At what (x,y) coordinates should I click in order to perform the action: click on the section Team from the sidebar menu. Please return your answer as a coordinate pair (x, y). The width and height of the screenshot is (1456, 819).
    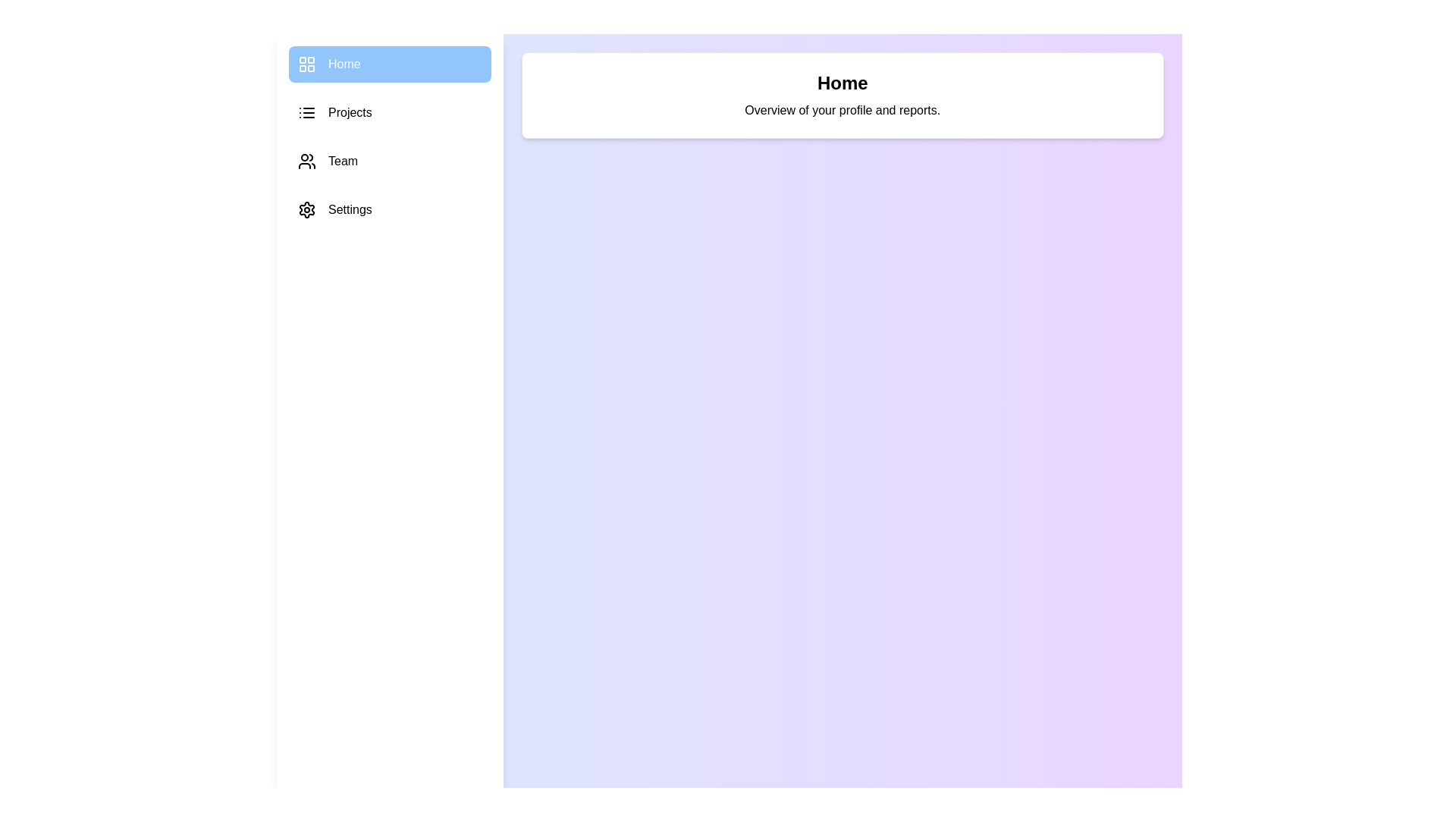
    Looking at the image, I should click on (390, 161).